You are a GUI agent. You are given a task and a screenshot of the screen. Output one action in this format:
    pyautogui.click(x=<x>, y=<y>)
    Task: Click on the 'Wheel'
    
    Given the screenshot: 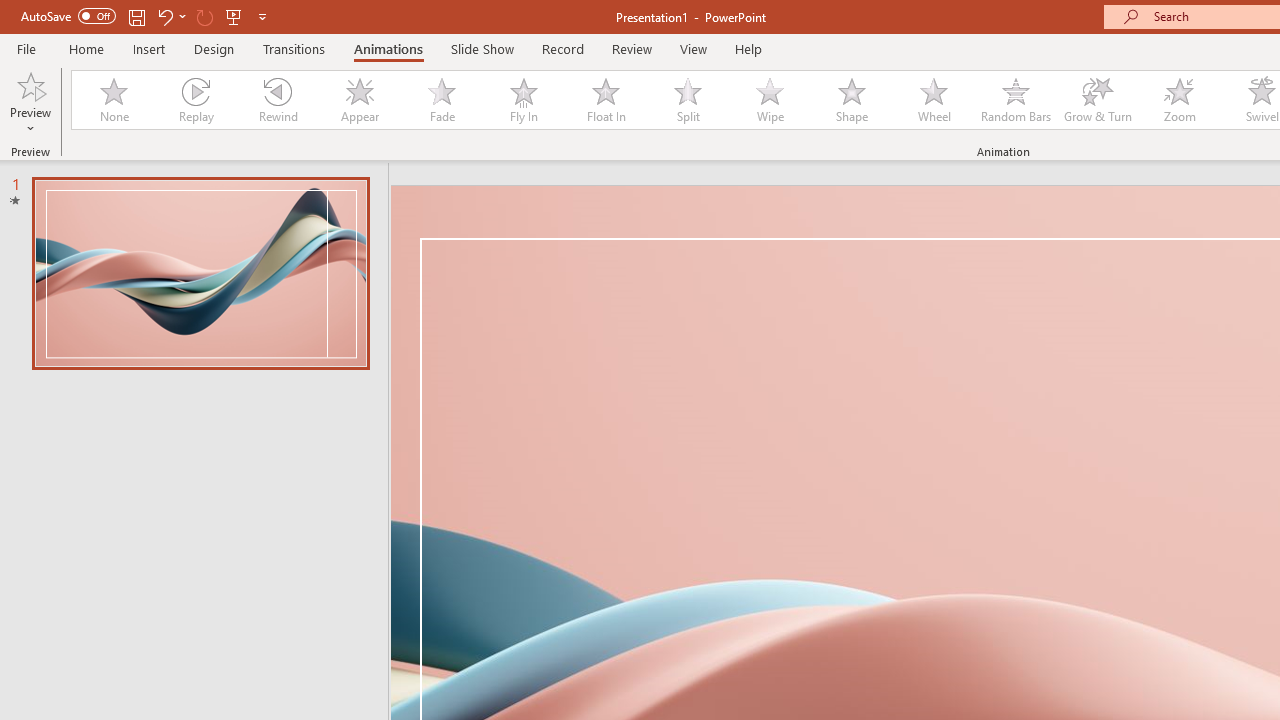 What is the action you would take?
    pyautogui.click(x=933, y=100)
    